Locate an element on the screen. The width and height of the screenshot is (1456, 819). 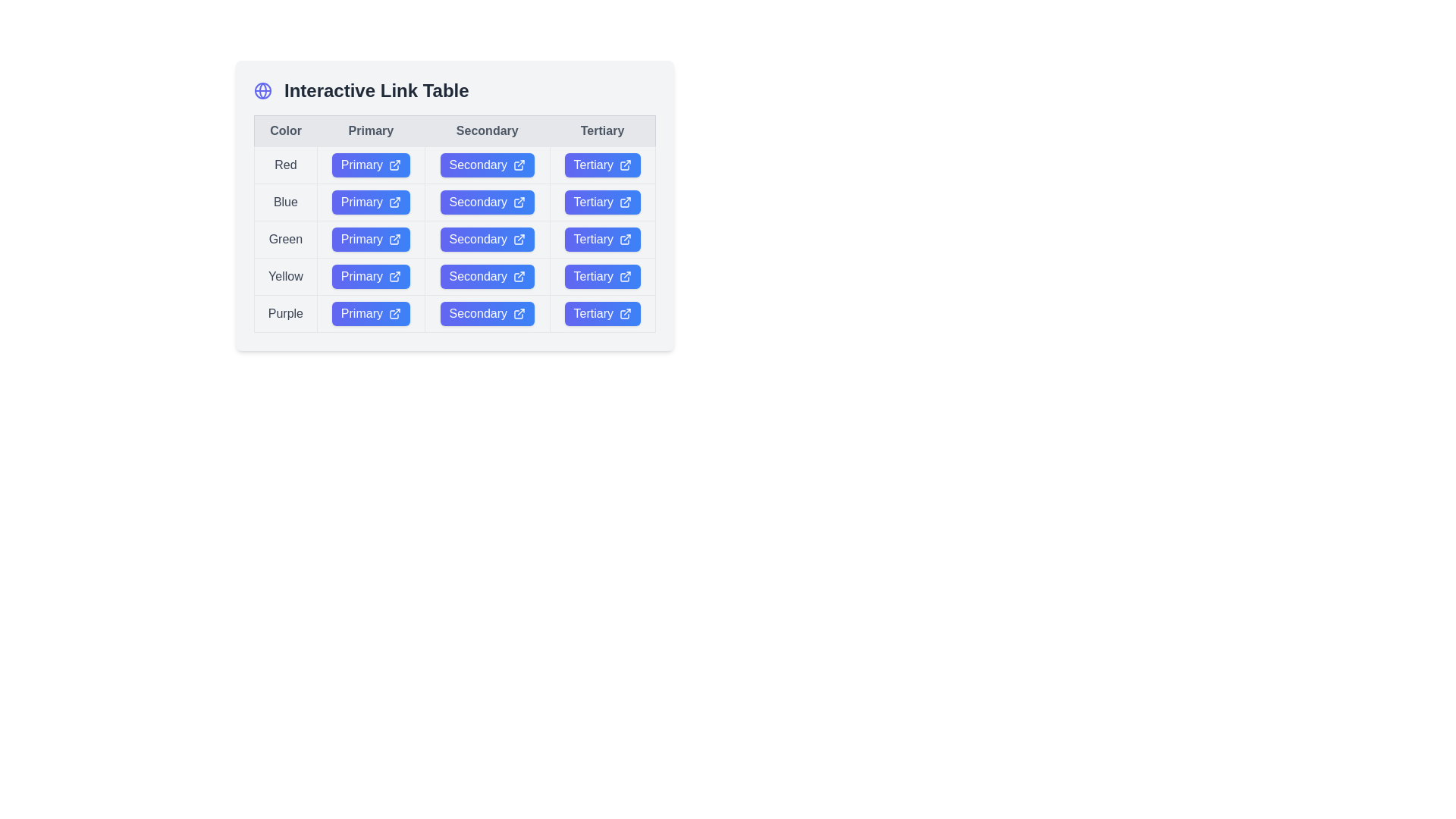
the clickable button in the 'Primary' column of the 'Interactive Link Table' that links to the 'Yellow' category to visualize effects is located at coordinates (371, 277).